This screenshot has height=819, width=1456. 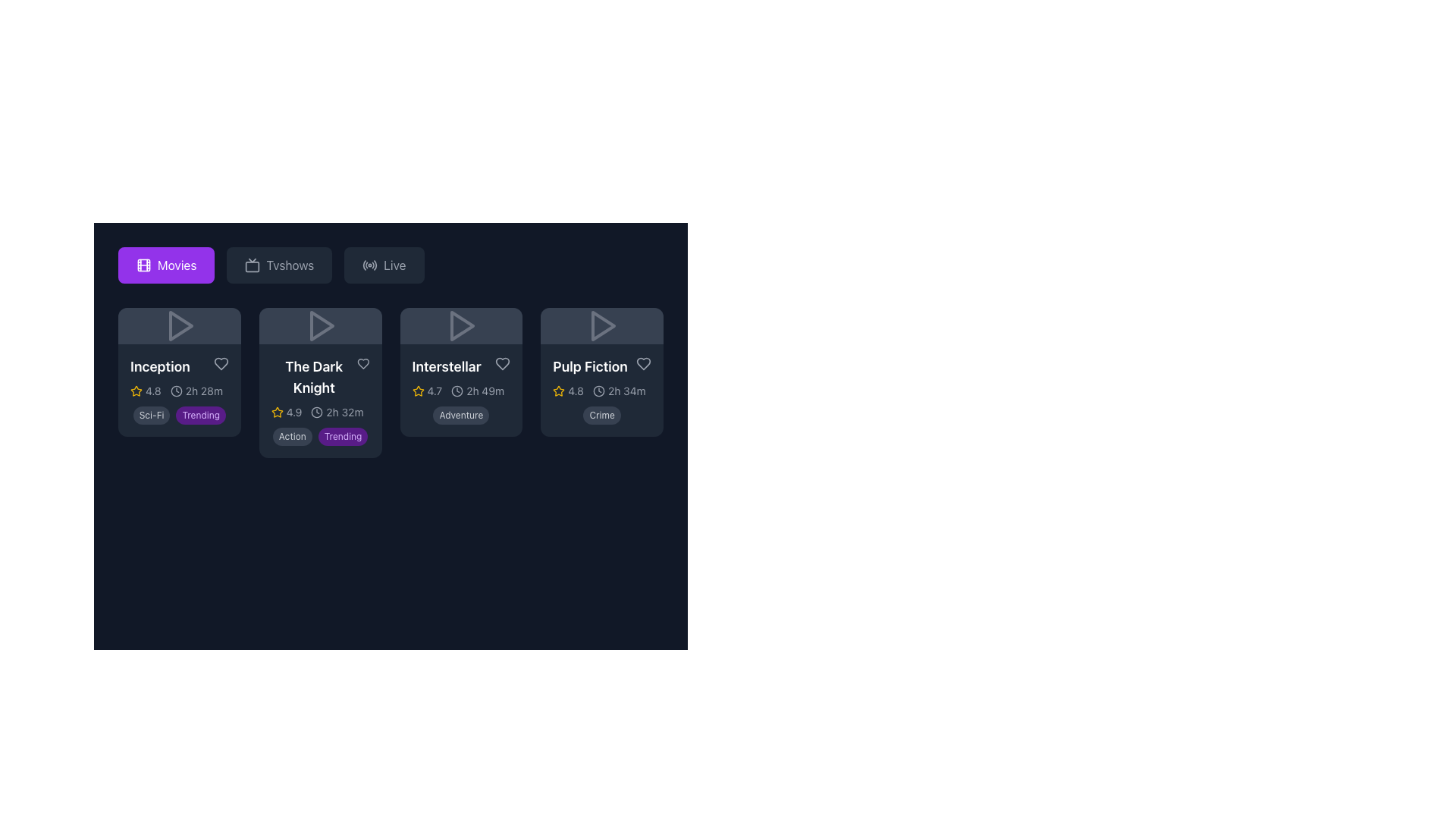 I want to click on the triangular play icon located at the top of the movie card for 'Pulp Fiction', which is rendered in gray and turns purple on hover, so click(x=601, y=325).